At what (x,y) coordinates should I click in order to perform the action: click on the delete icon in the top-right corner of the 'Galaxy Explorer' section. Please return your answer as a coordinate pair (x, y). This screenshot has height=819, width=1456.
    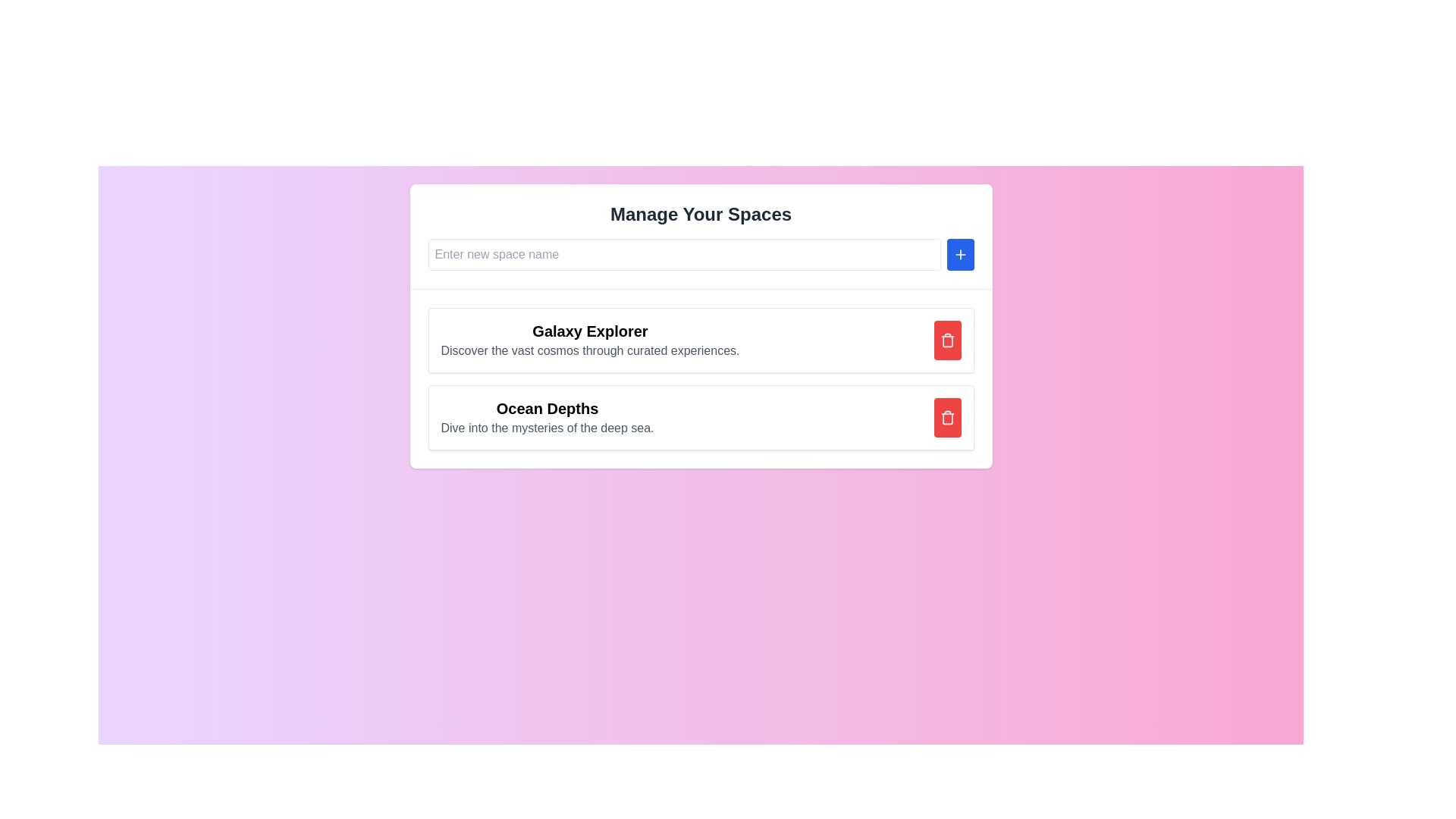
    Looking at the image, I should click on (946, 339).